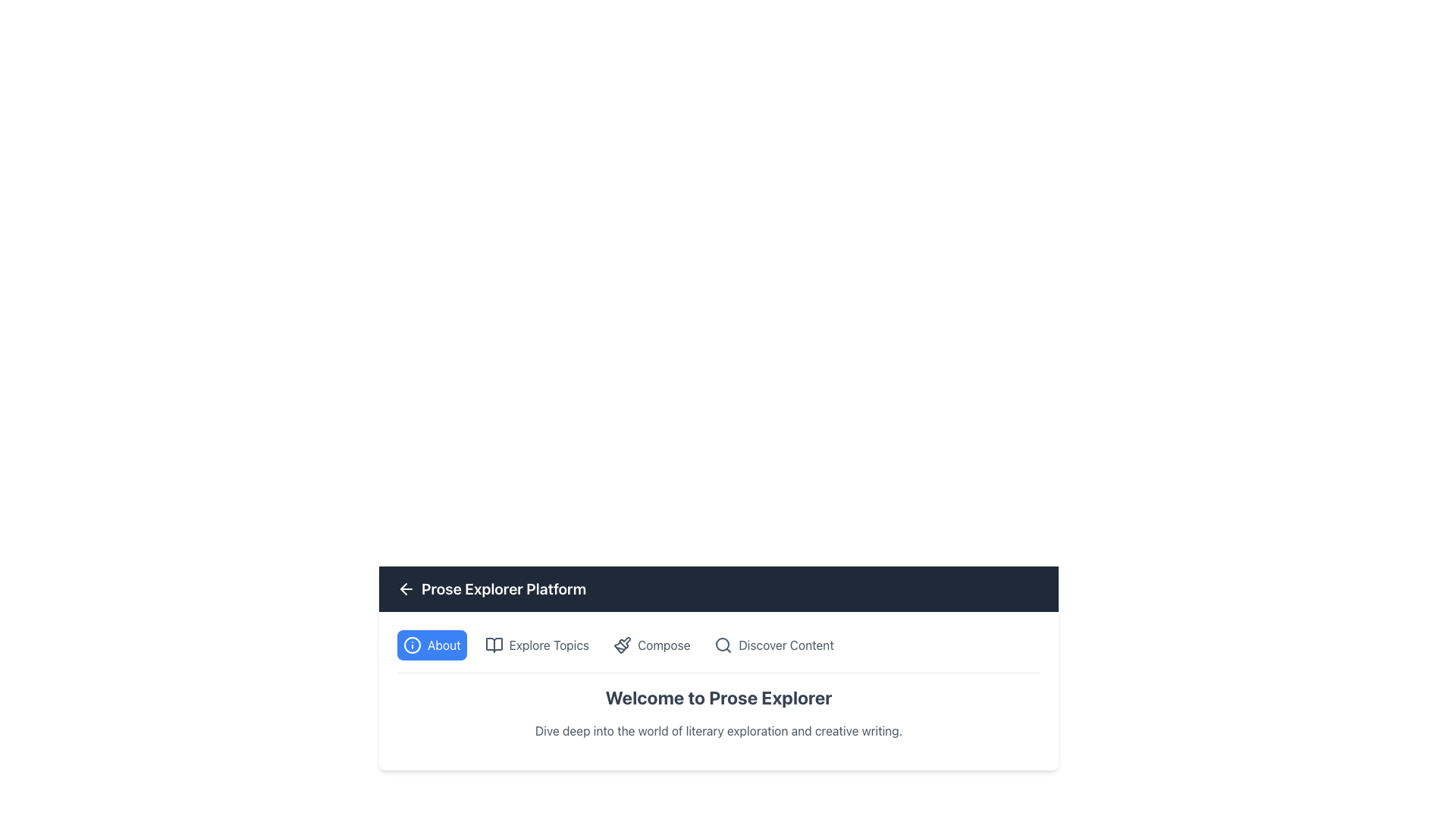 Image resolution: width=1456 pixels, height=819 pixels. Describe the element at coordinates (718, 730) in the screenshot. I see `the static text that reads 'Dive deep into the world of literary exploration and creative writing.' positioned below the title 'Welcome to Prose Explorer.'` at that location.